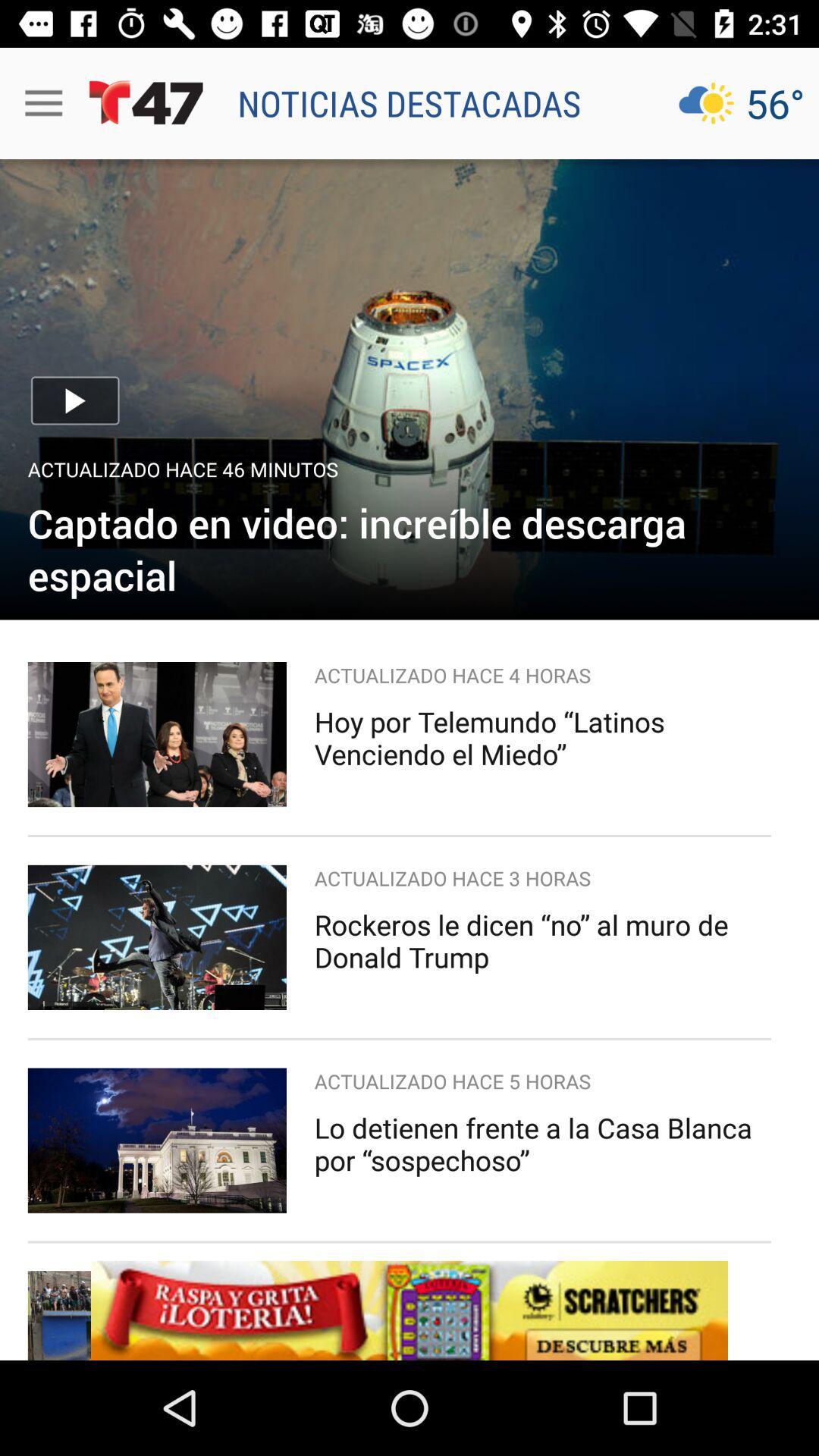 Image resolution: width=819 pixels, height=1456 pixels. What do you see at coordinates (146, 102) in the screenshot?
I see `the image which is to the left side of the noticias destacadas` at bounding box center [146, 102].